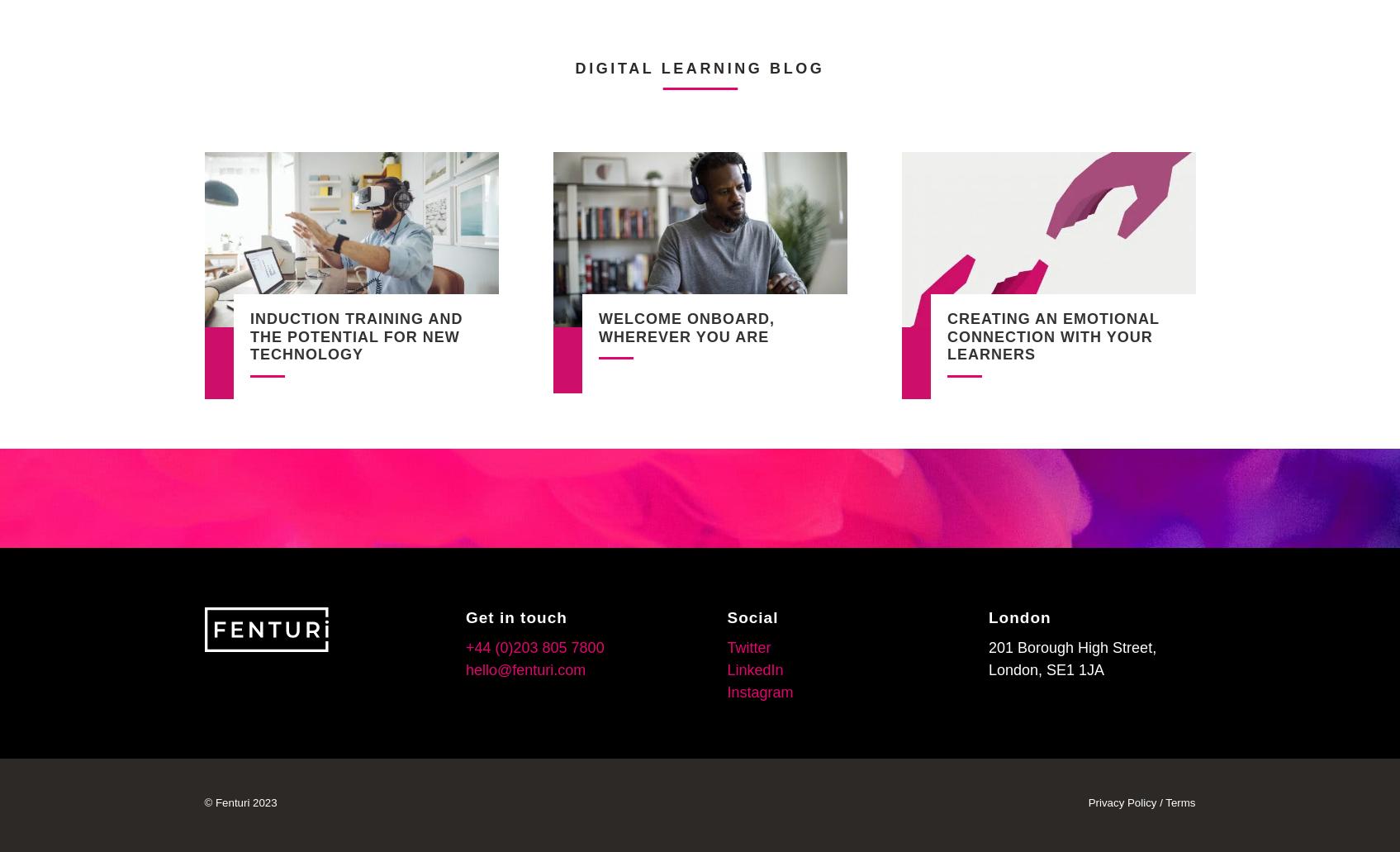  Describe the element at coordinates (534, 646) in the screenshot. I see `'+44 (0)203 805 7800'` at that location.